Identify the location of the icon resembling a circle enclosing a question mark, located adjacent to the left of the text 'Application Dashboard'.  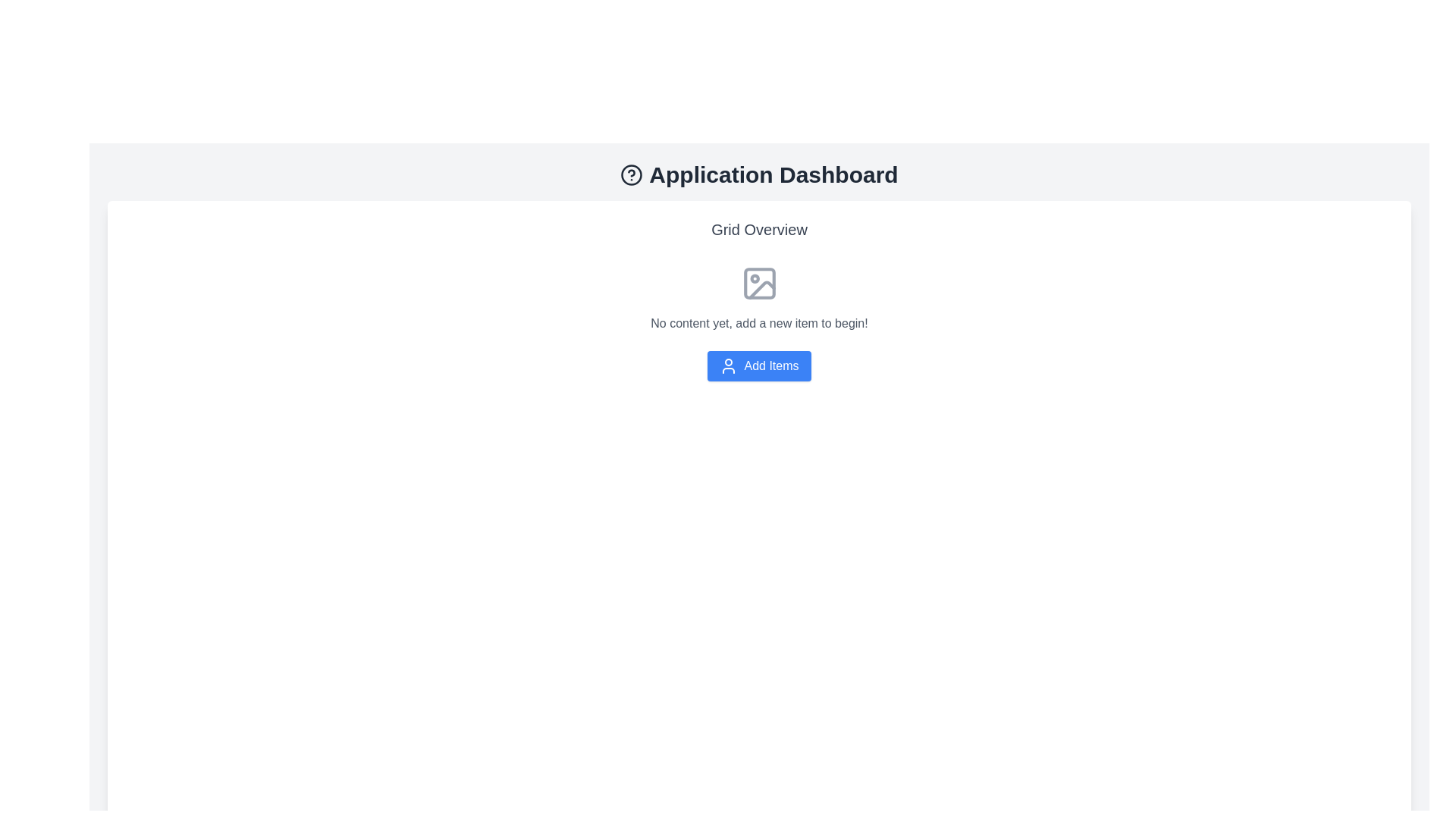
(632, 174).